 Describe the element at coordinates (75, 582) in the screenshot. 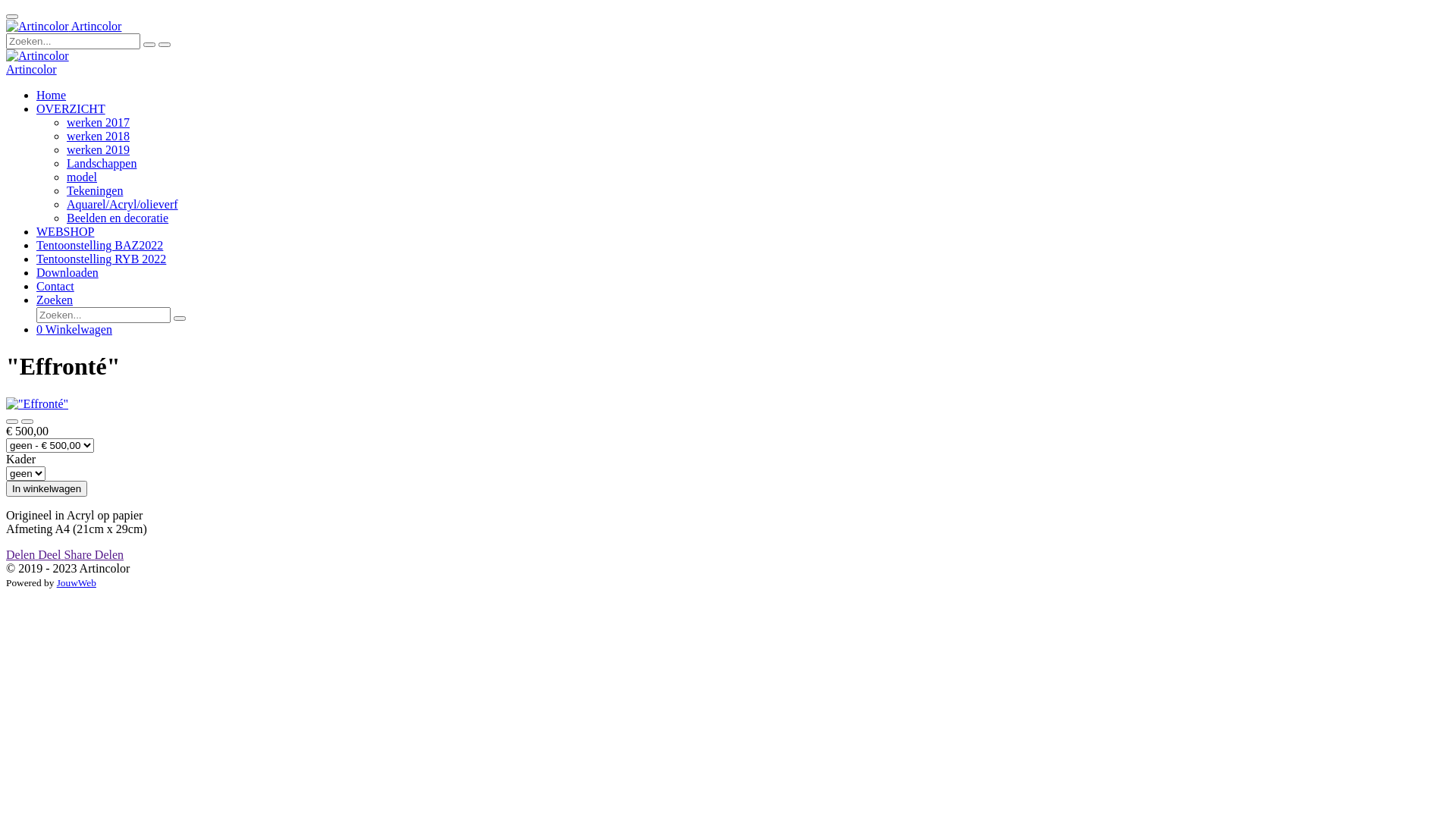

I see `'JouwWeb'` at that location.